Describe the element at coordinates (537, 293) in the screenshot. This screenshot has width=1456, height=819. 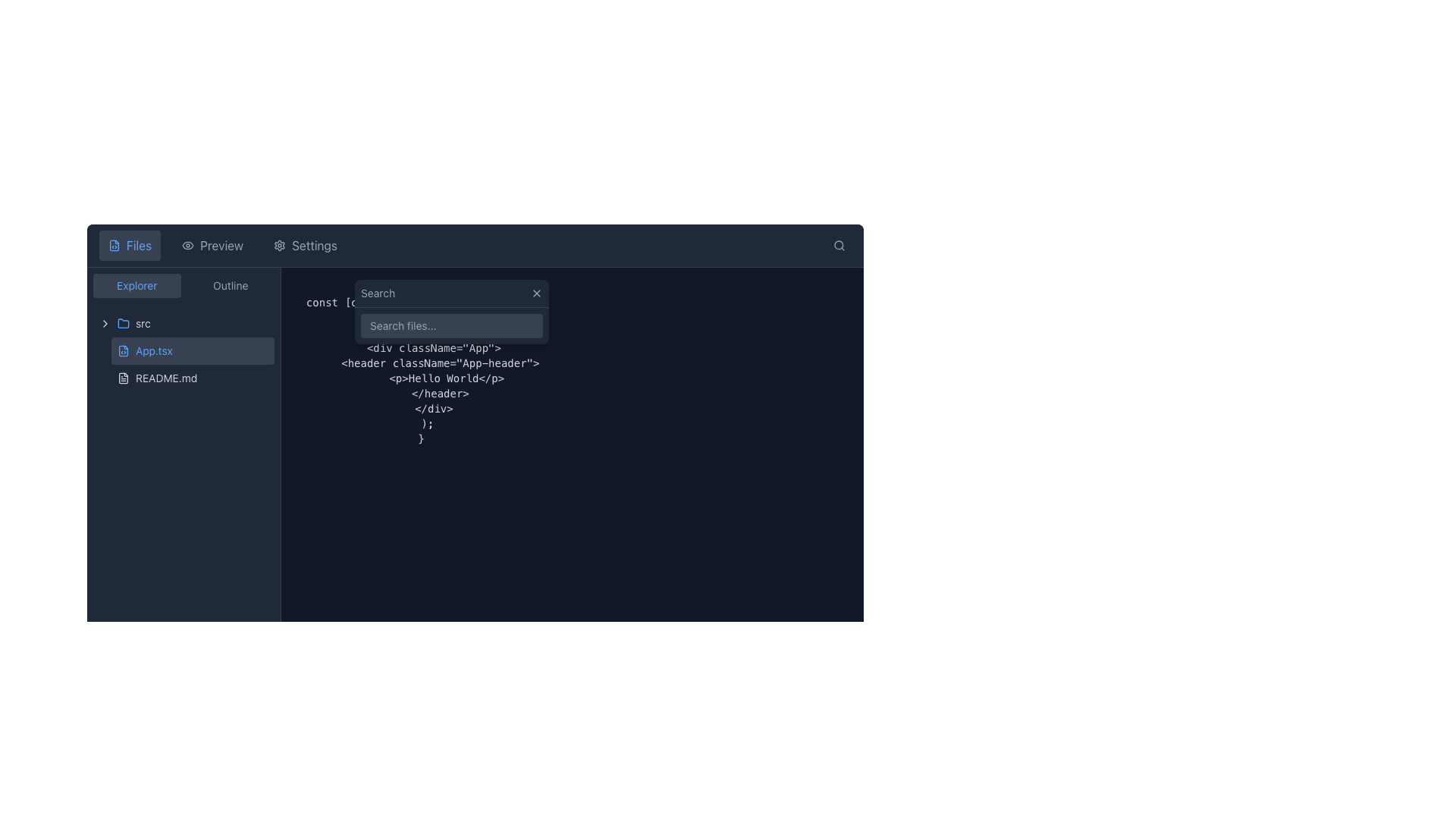
I see `the 'X' shaped close button located in the 'Search' header section to observe its hover effect` at that location.